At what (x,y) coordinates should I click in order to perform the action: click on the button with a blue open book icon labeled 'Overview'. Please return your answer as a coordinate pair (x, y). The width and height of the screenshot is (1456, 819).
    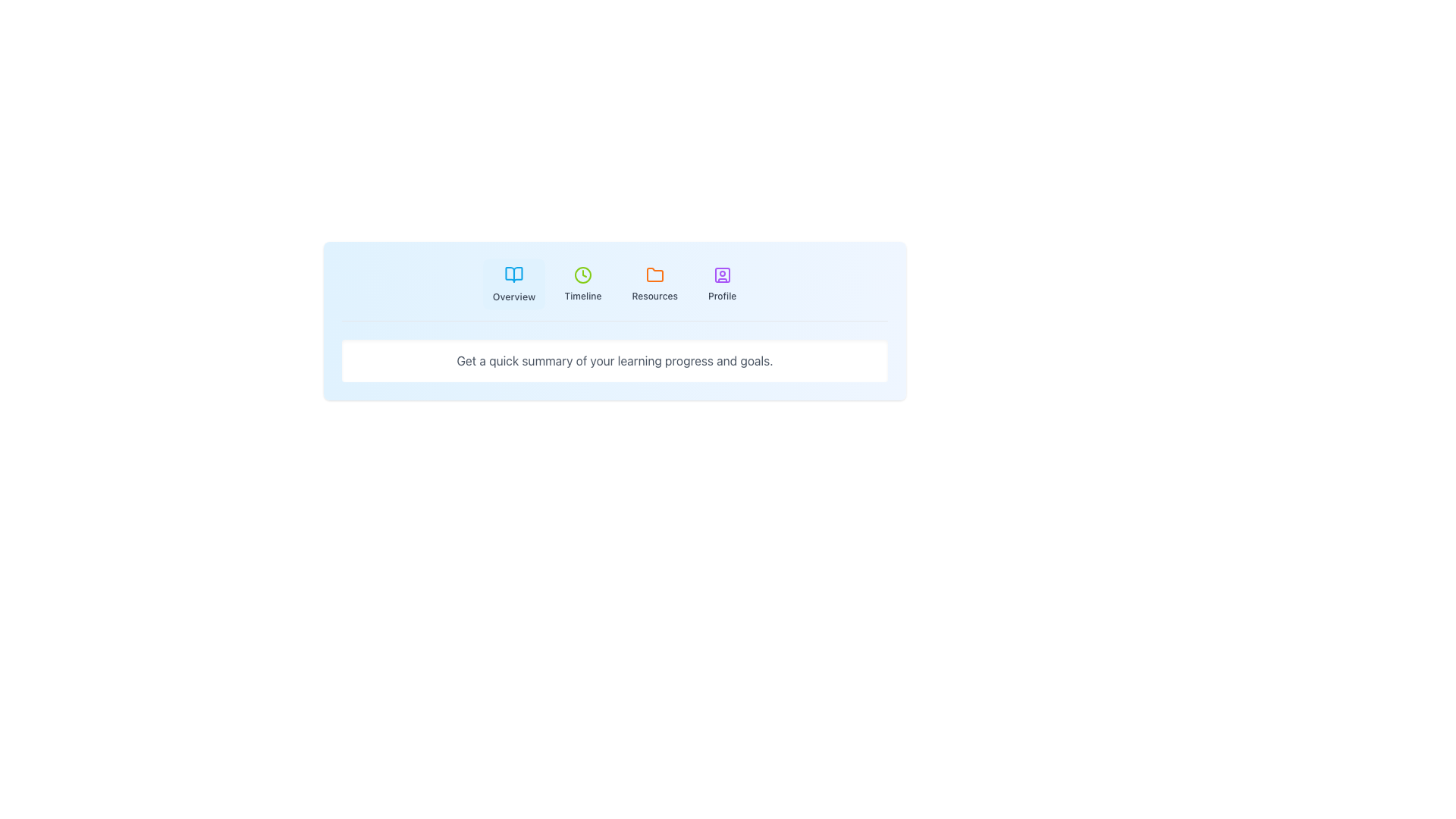
    Looking at the image, I should click on (513, 284).